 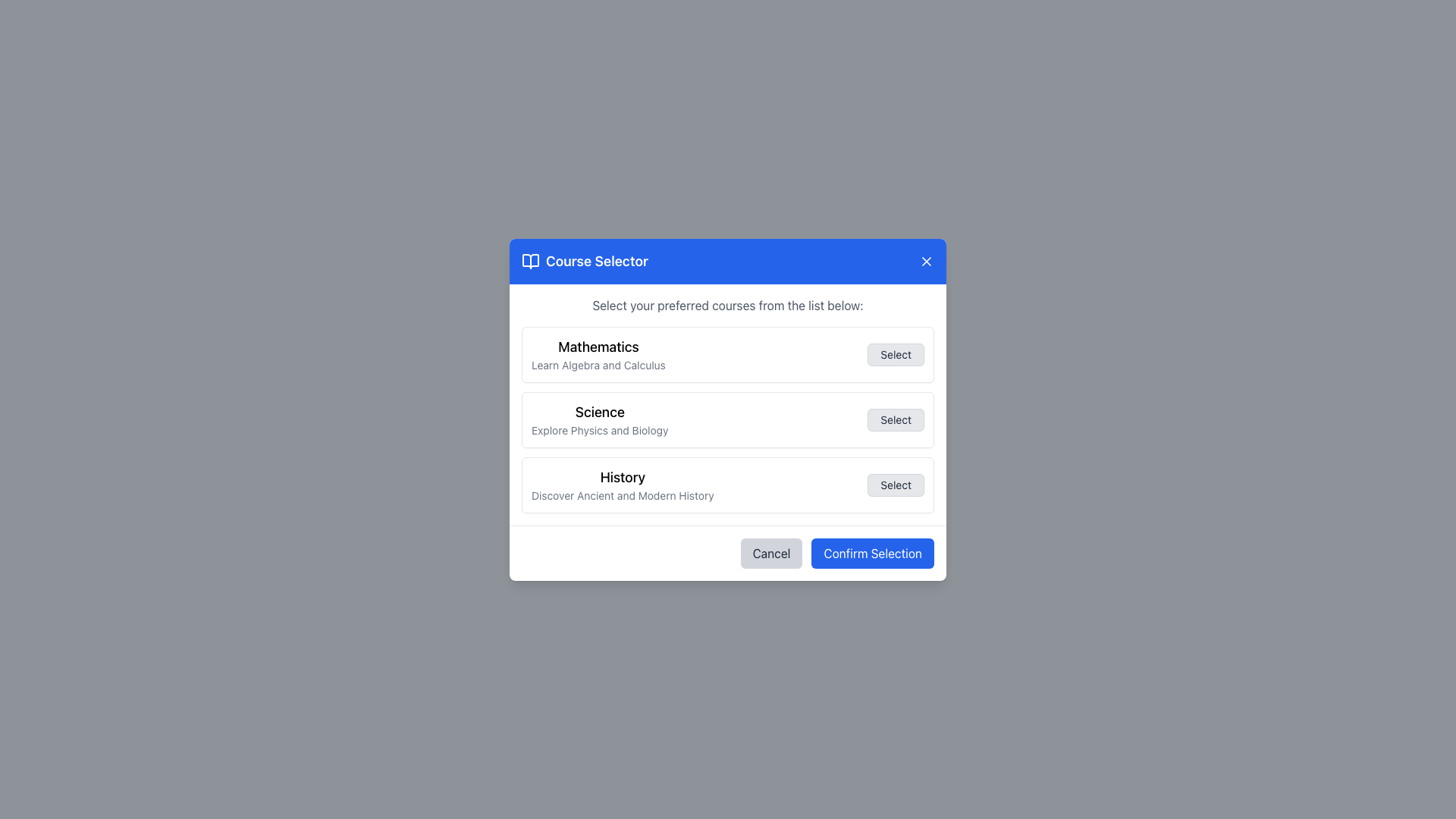 What do you see at coordinates (926, 259) in the screenshot?
I see `the close button, which is a white cross icon located at the top-right corner of the 'Course Selector' header section` at bounding box center [926, 259].